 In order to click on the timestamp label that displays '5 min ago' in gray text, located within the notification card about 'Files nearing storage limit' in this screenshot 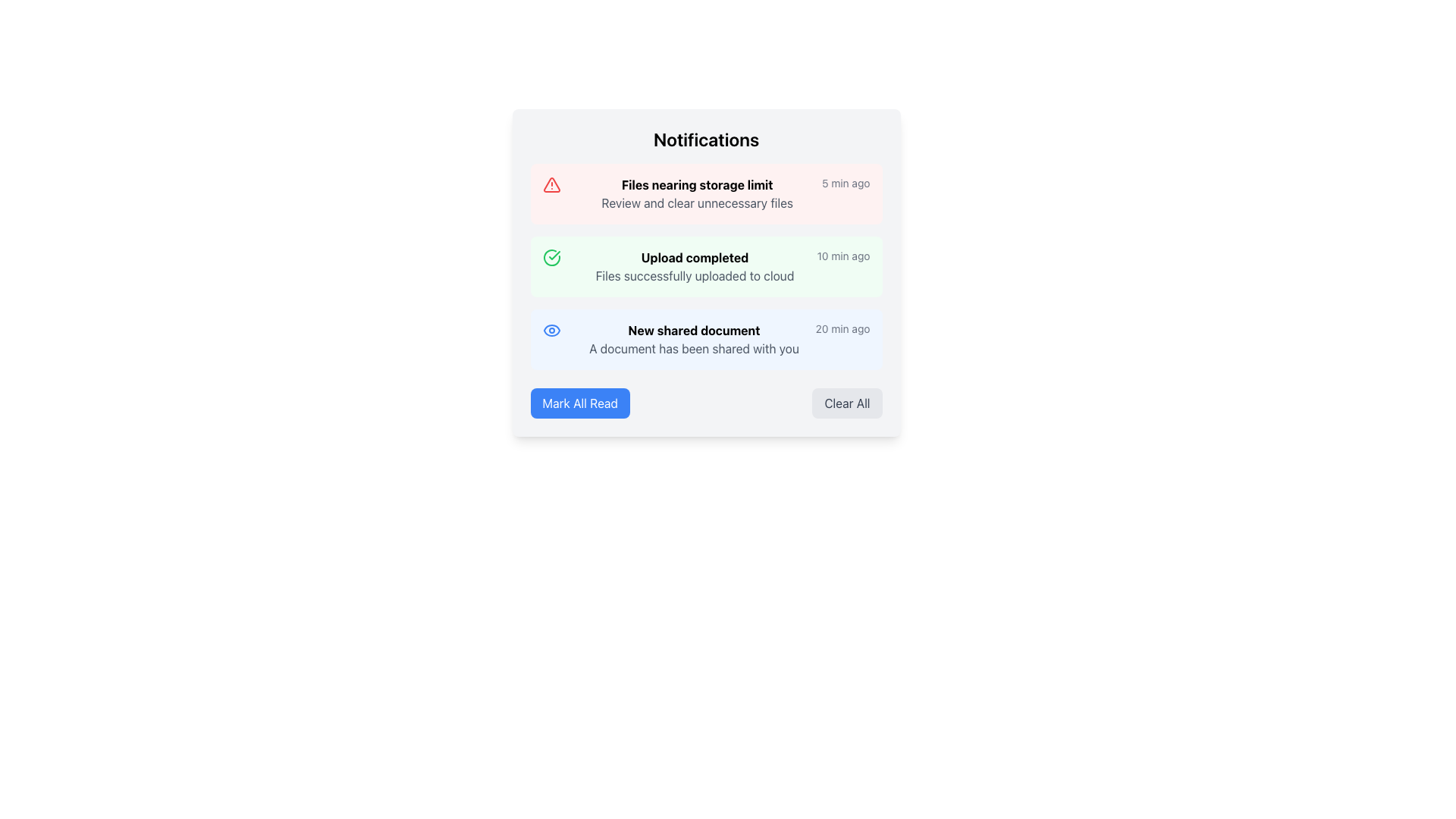, I will do `click(845, 183)`.